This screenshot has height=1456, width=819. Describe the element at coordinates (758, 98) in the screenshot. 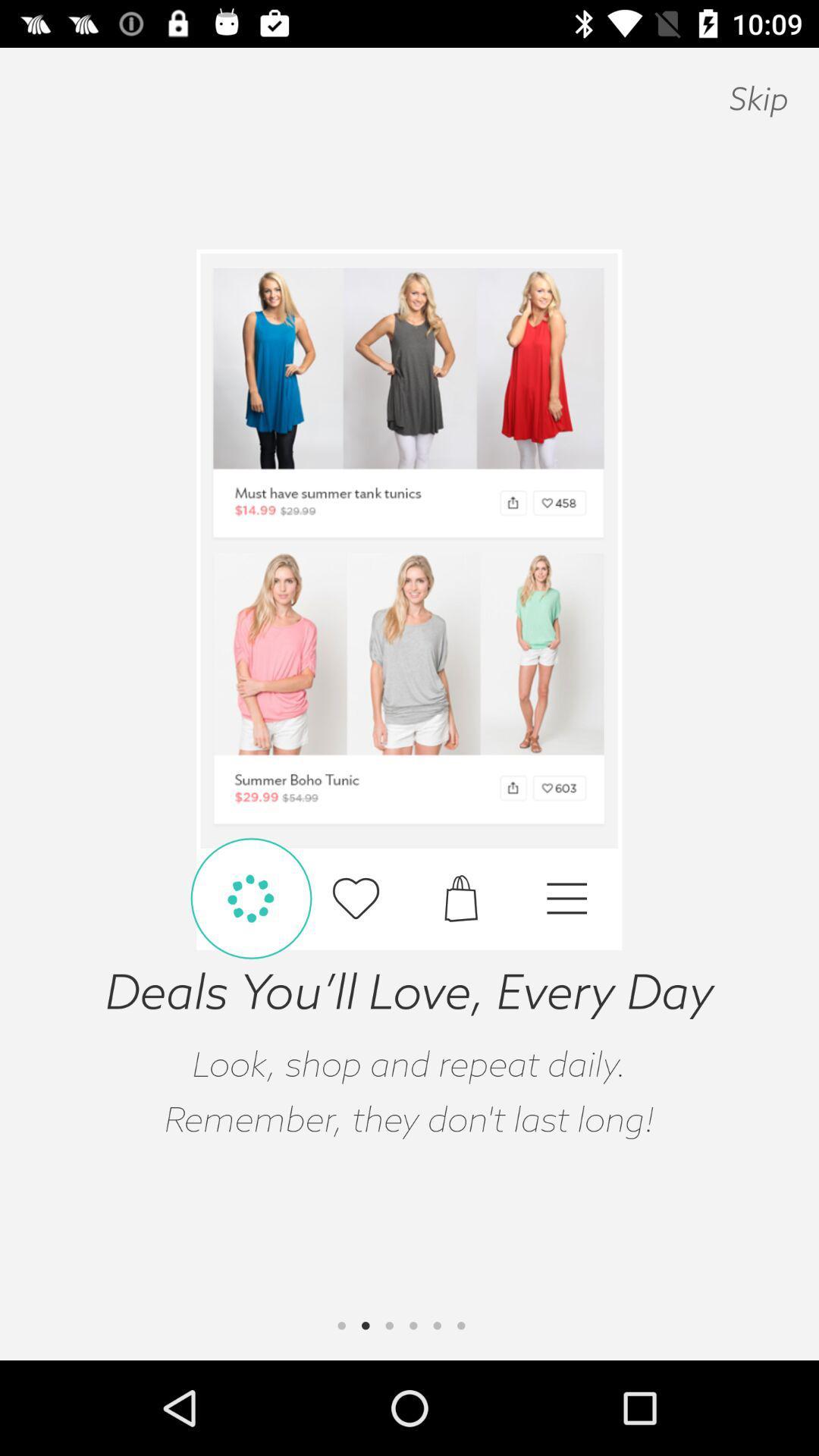

I see `the skip at the top right corner` at that location.